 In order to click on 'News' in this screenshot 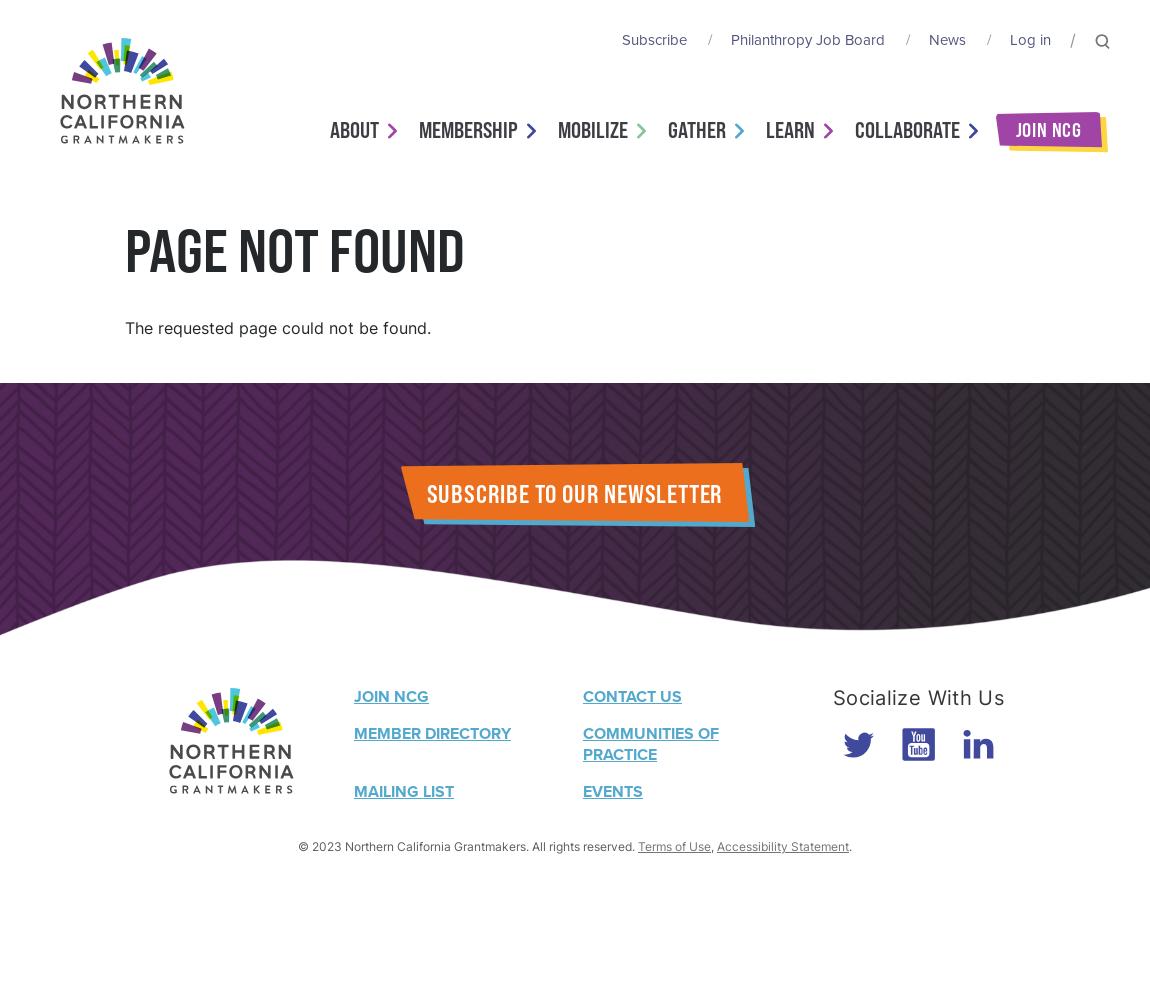, I will do `click(947, 40)`.